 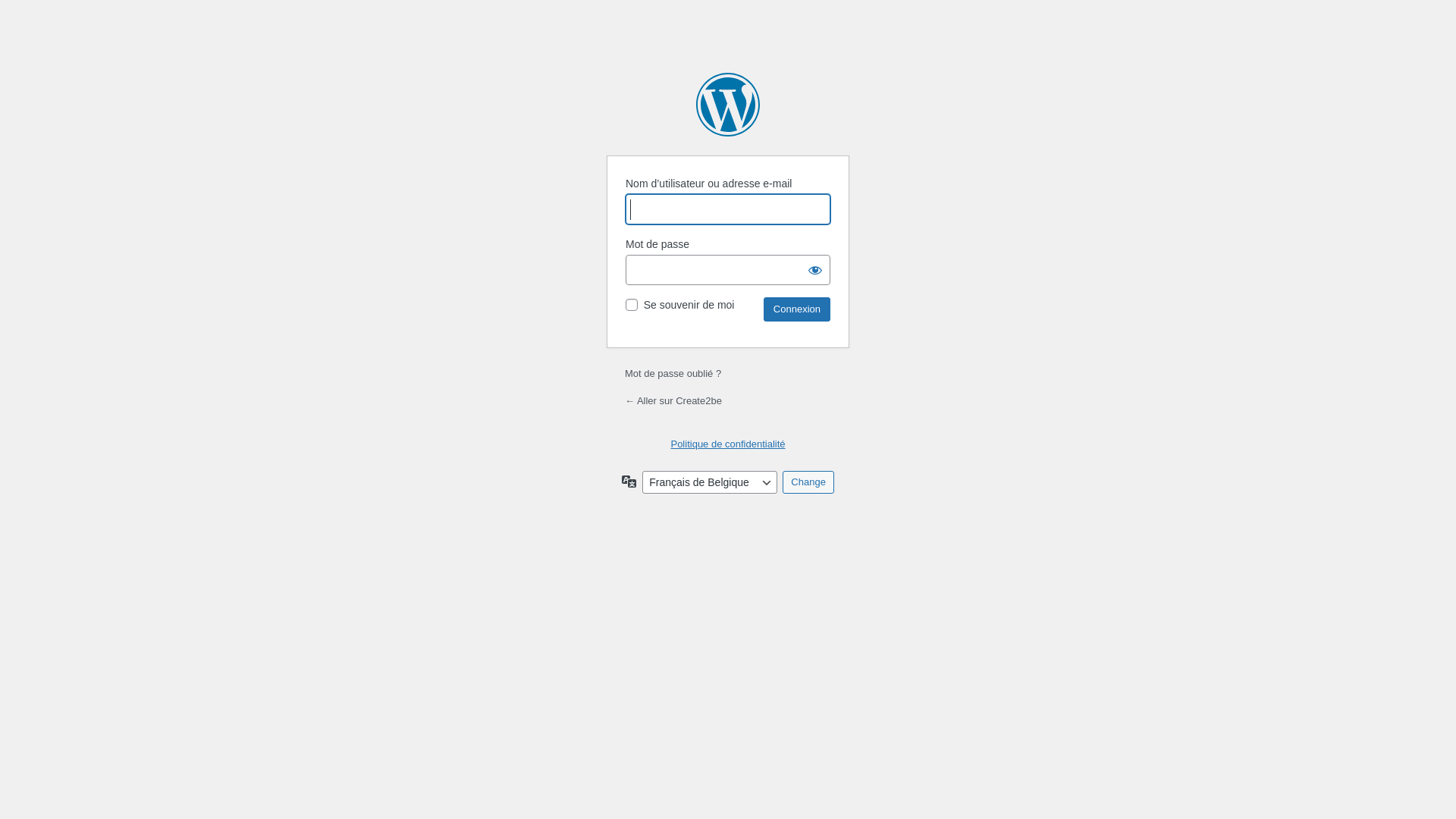 I want to click on 'Change', so click(x=807, y=482).